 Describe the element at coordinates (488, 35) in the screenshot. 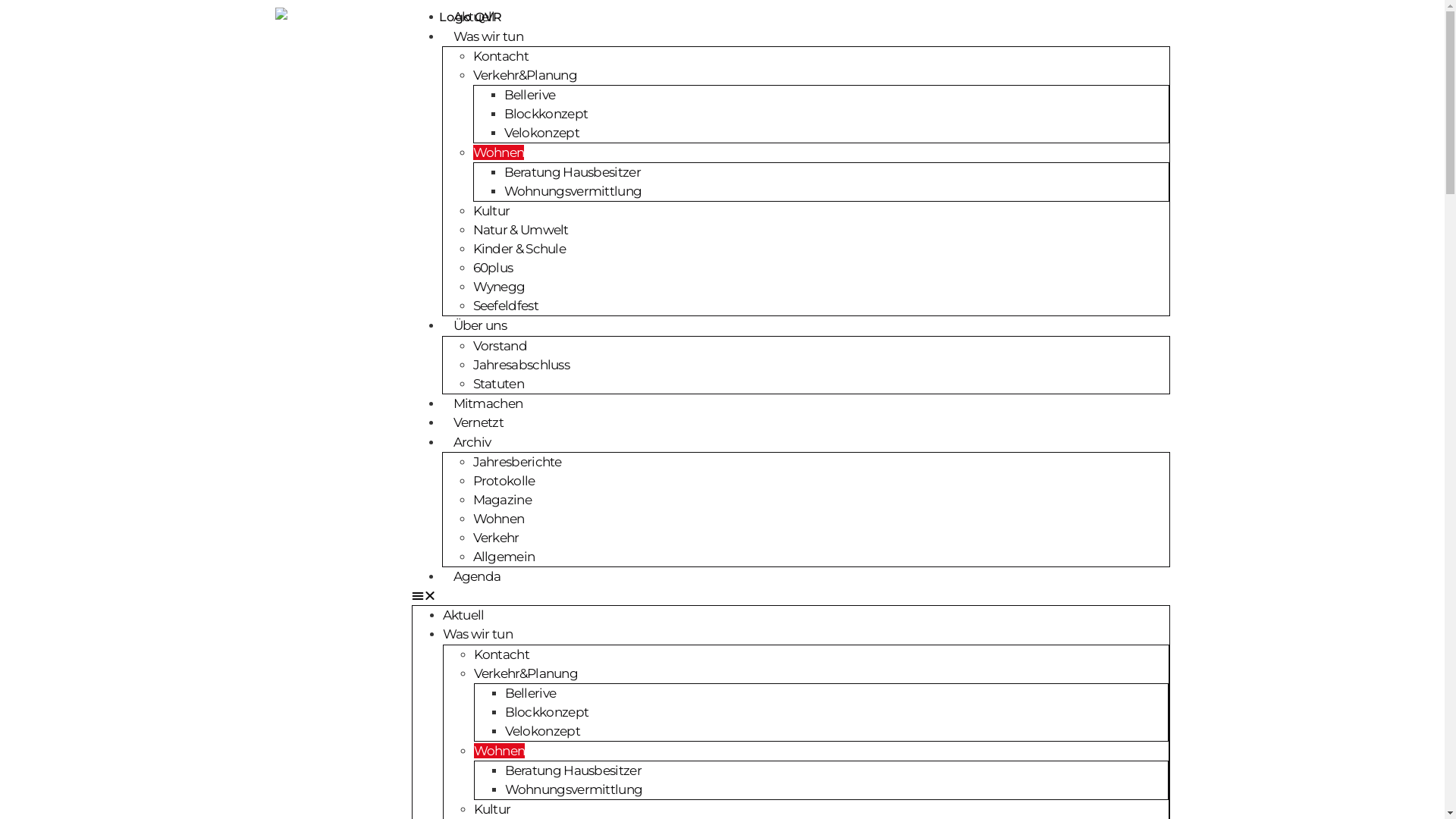

I see `'Was wir tun'` at that location.